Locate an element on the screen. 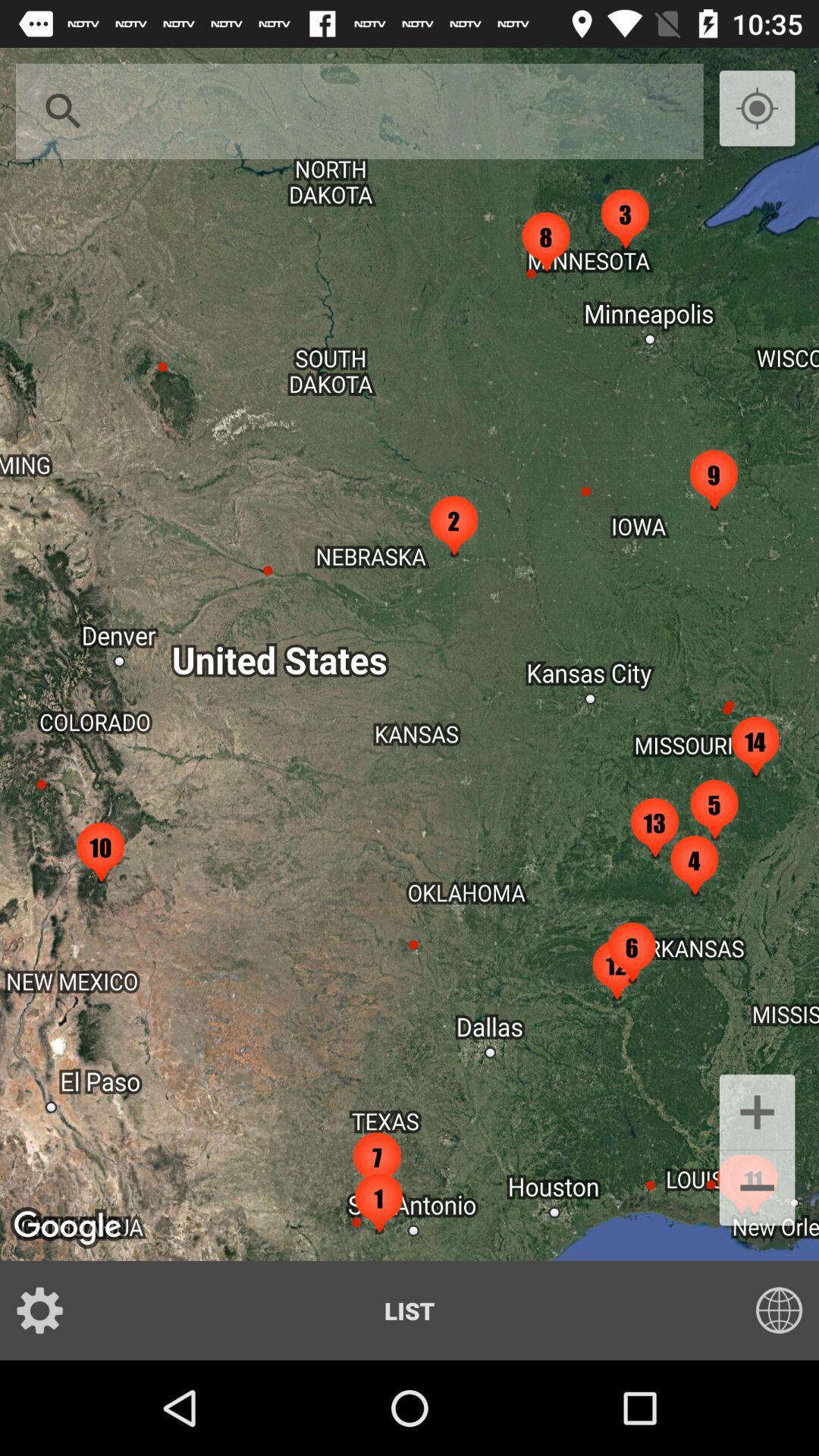  the item at the center is located at coordinates (409, 654).